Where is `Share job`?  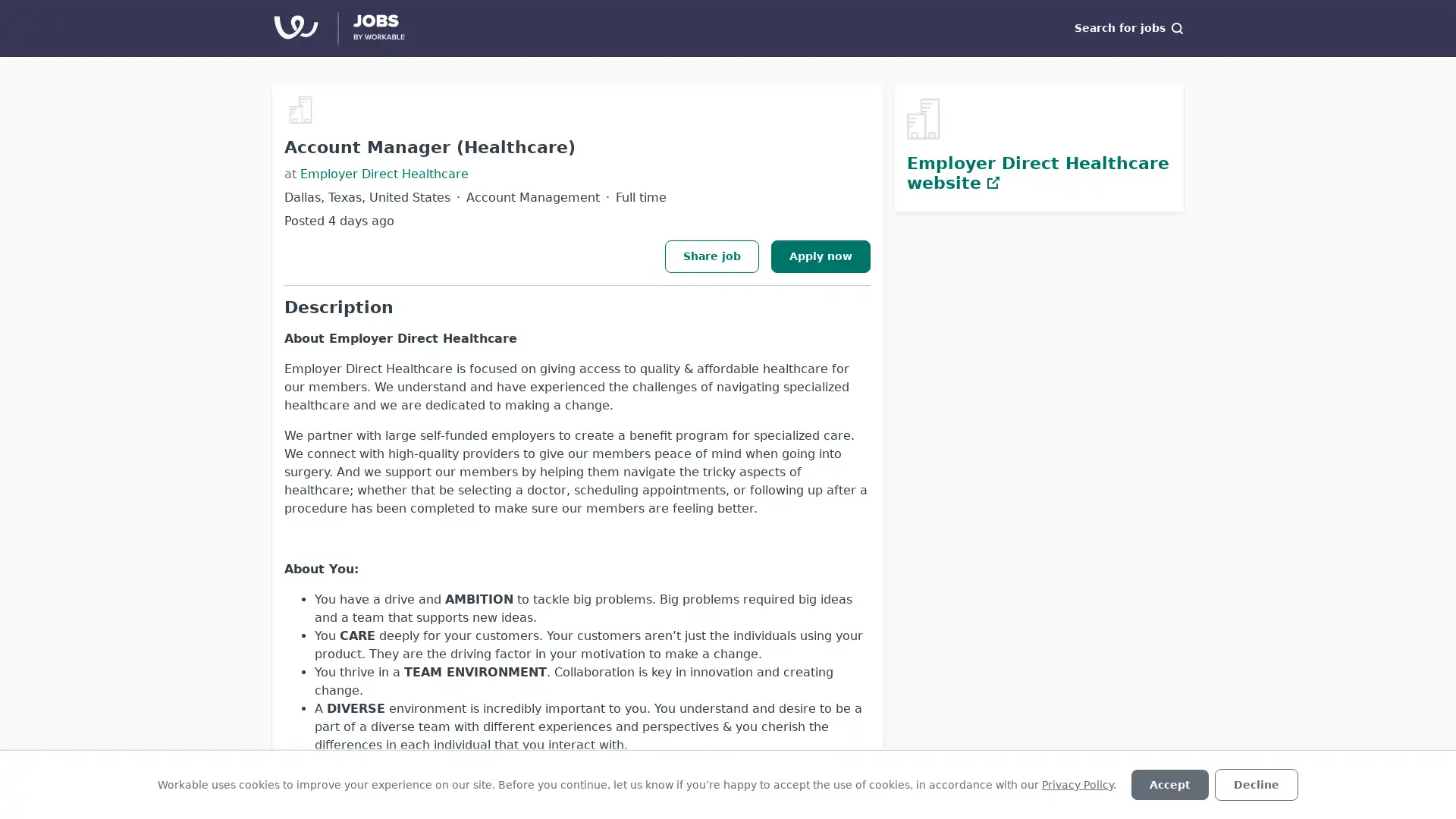 Share job is located at coordinates (711, 255).